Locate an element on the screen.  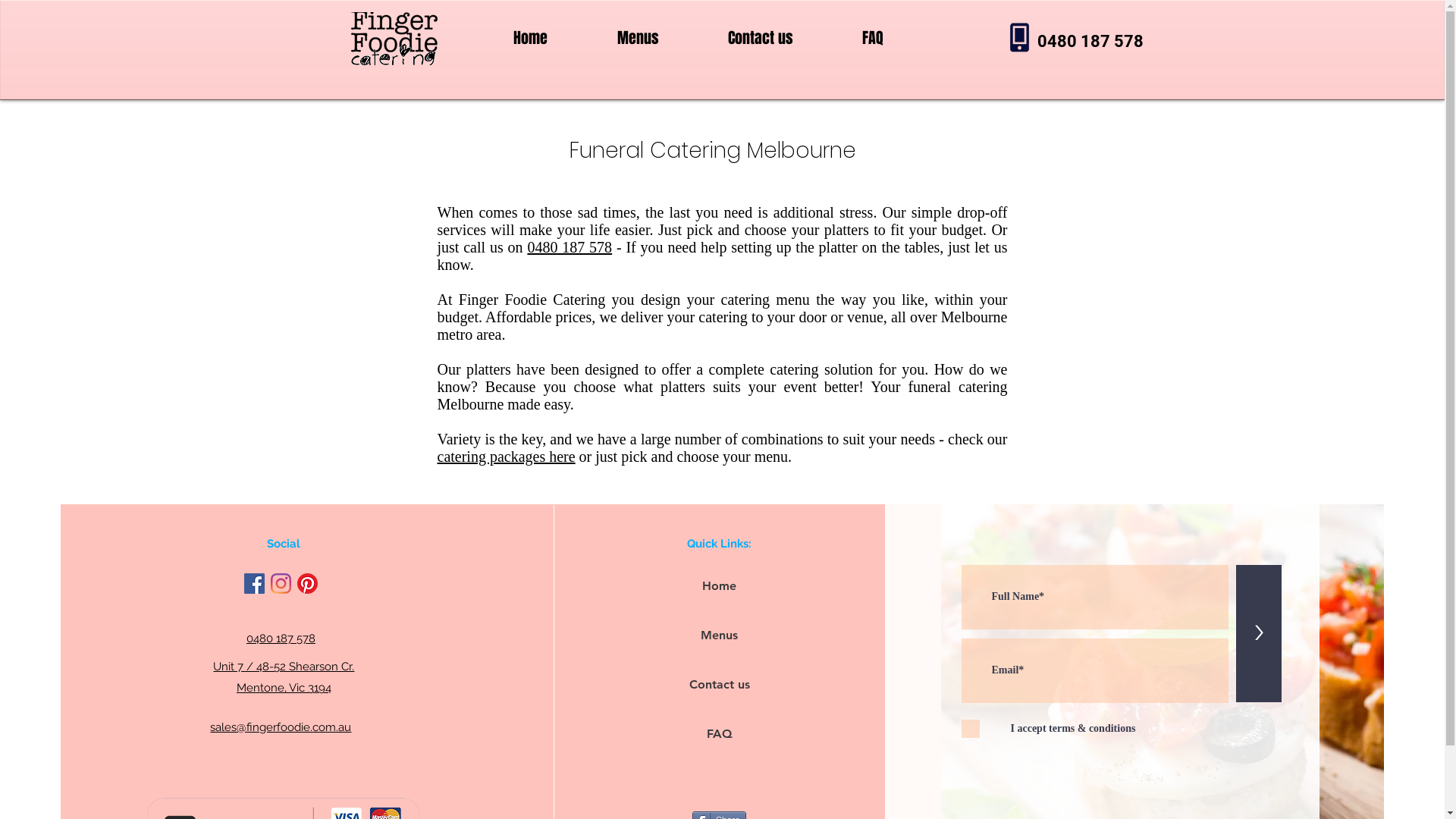
'>' is located at coordinates (1259, 633).